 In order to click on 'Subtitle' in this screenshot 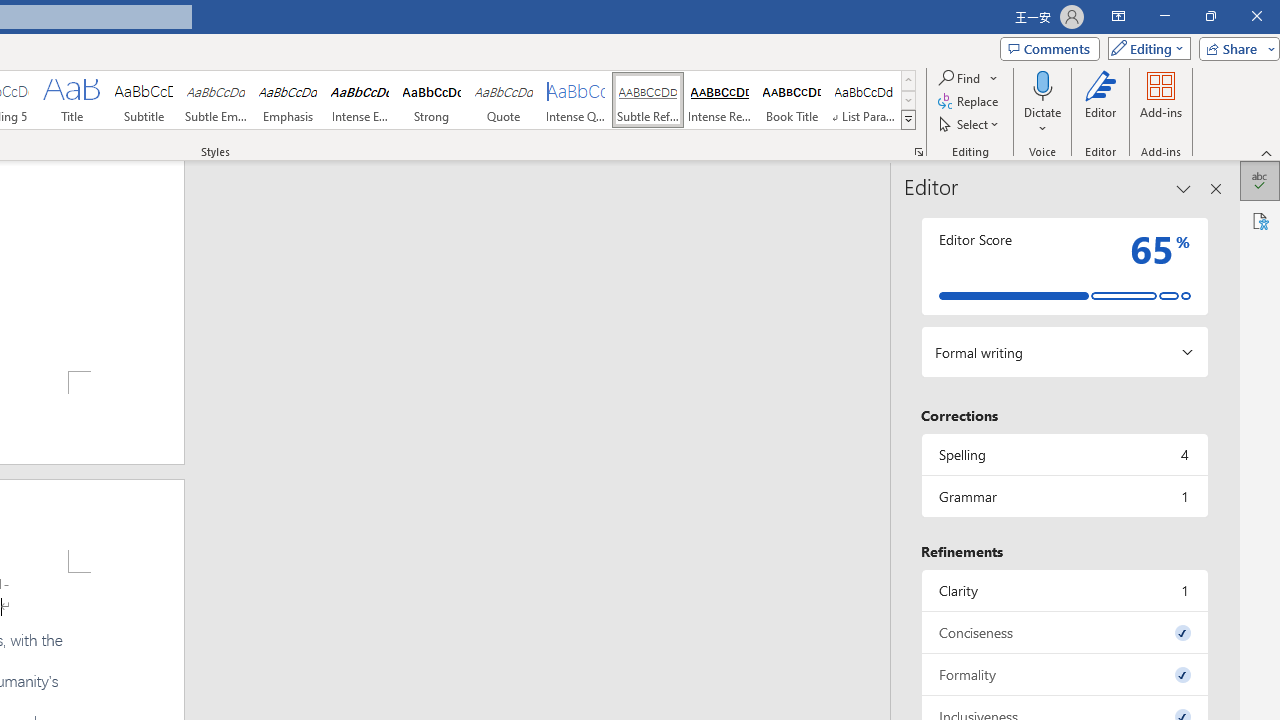, I will do `click(143, 100)`.